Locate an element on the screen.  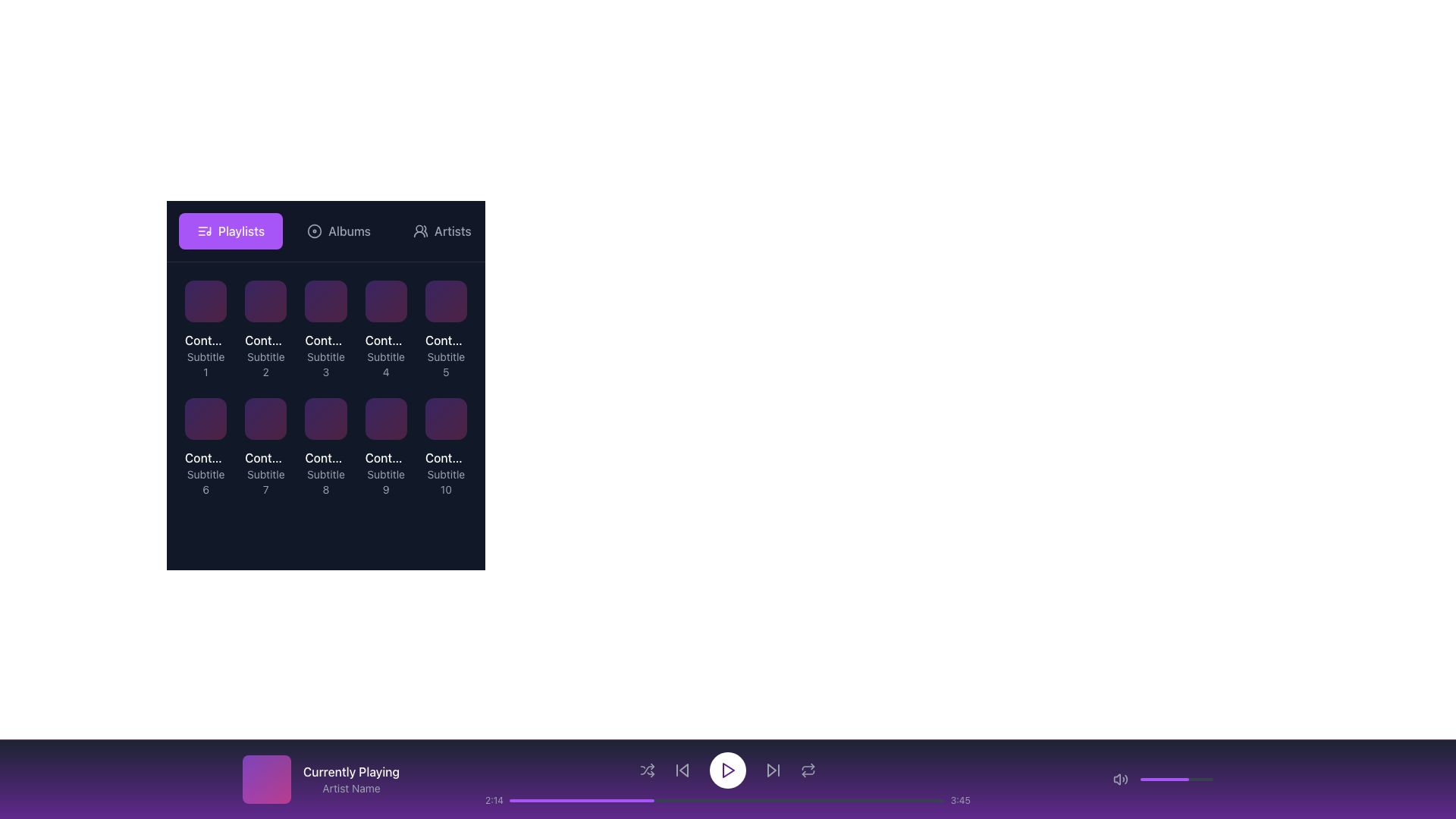
the 'like' or 'favorite' button located in the top-right corner of the card labeled 'Content Title 3' with the subtitle 'Subtitle 3' is located at coordinates (332, 294).